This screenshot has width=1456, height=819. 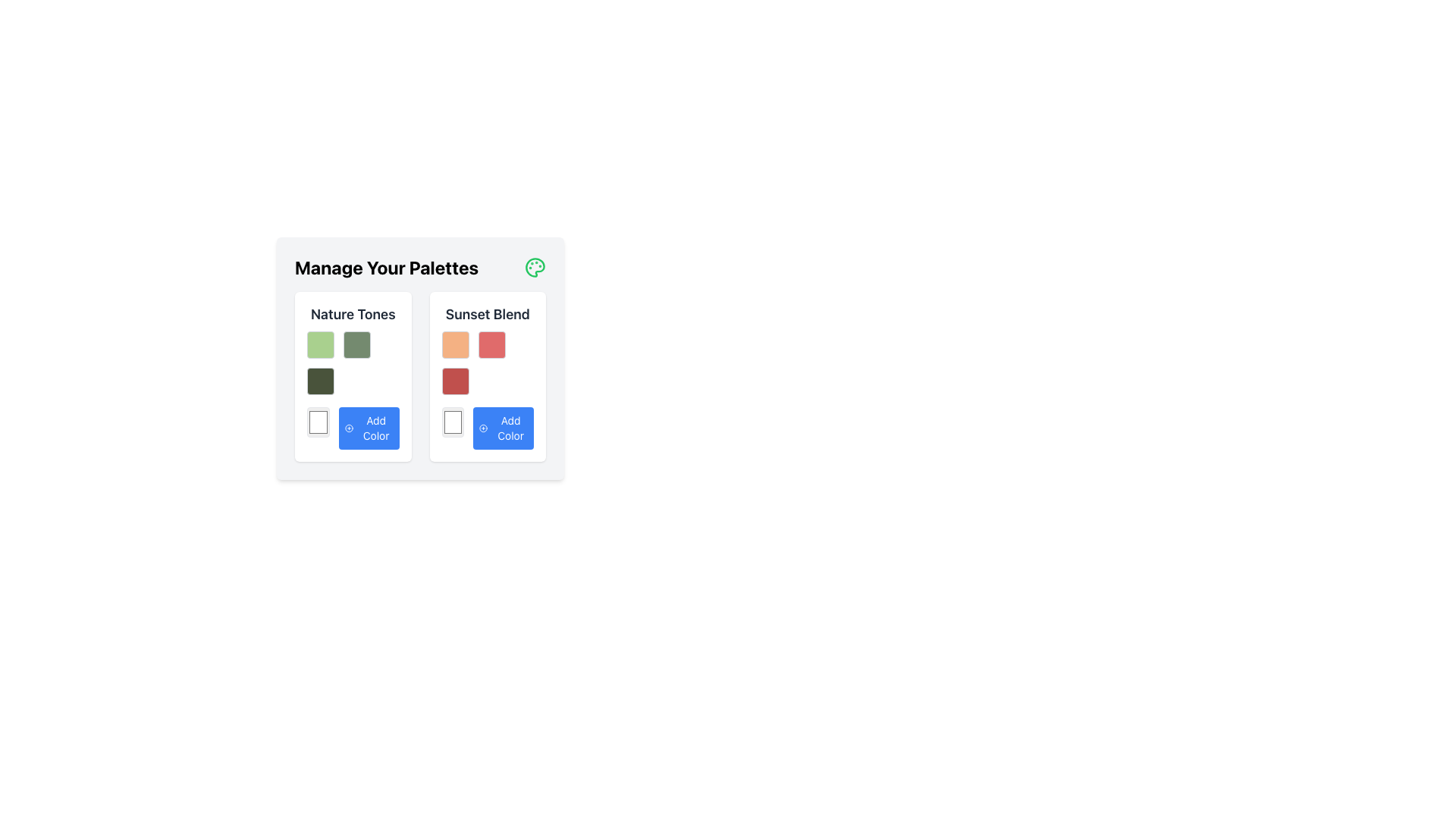 What do you see at coordinates (482, 428) in the screenshot?
I see `the circular icon with a plus sign at its center, located to the left of the 'Add Color' text in the 'Sunset Blend' palette section` at bounding box center [482, 428].